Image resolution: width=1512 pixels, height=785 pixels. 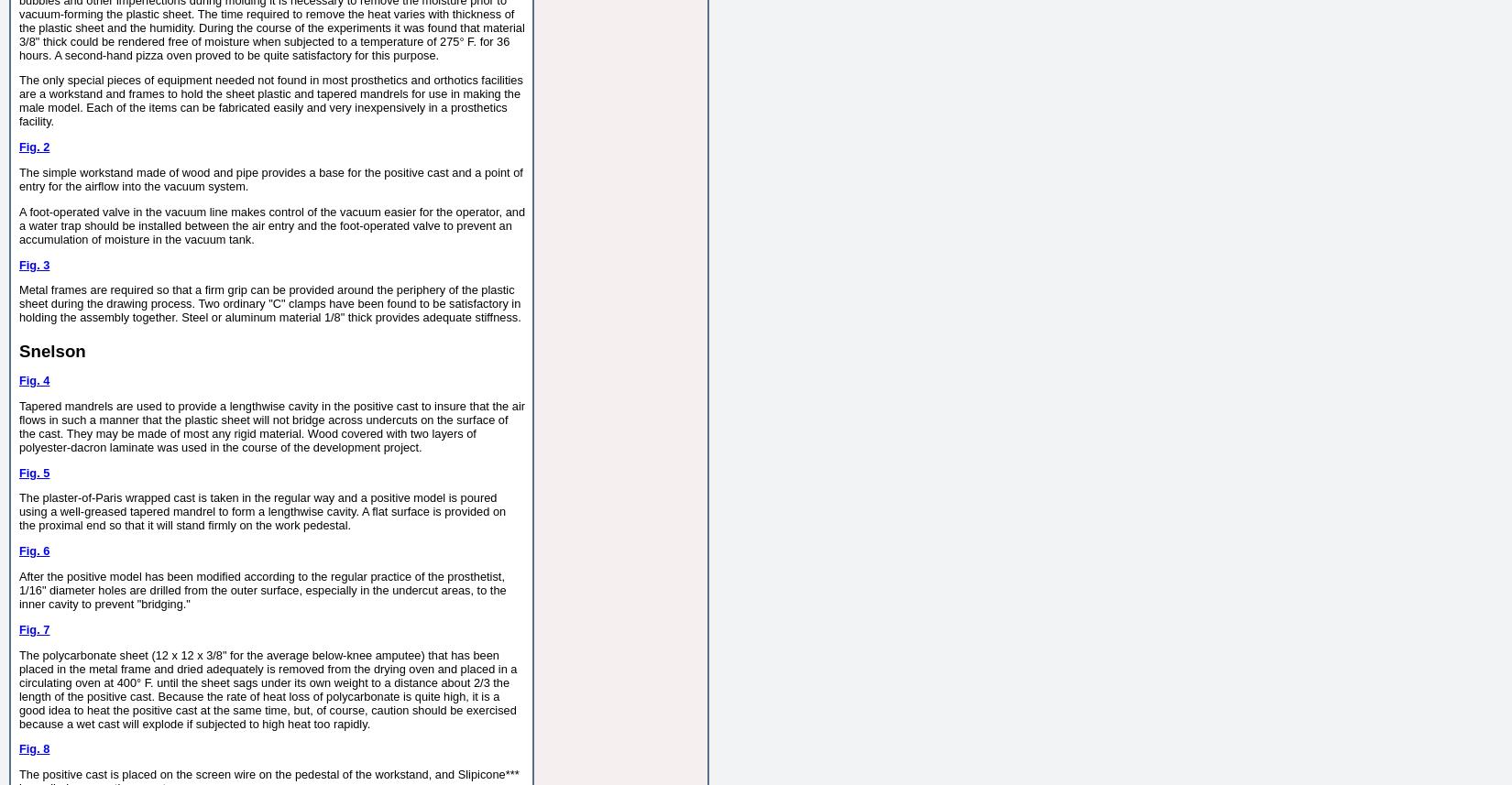 I want to click on 'Fig. 2', so click(x=18, y=147).